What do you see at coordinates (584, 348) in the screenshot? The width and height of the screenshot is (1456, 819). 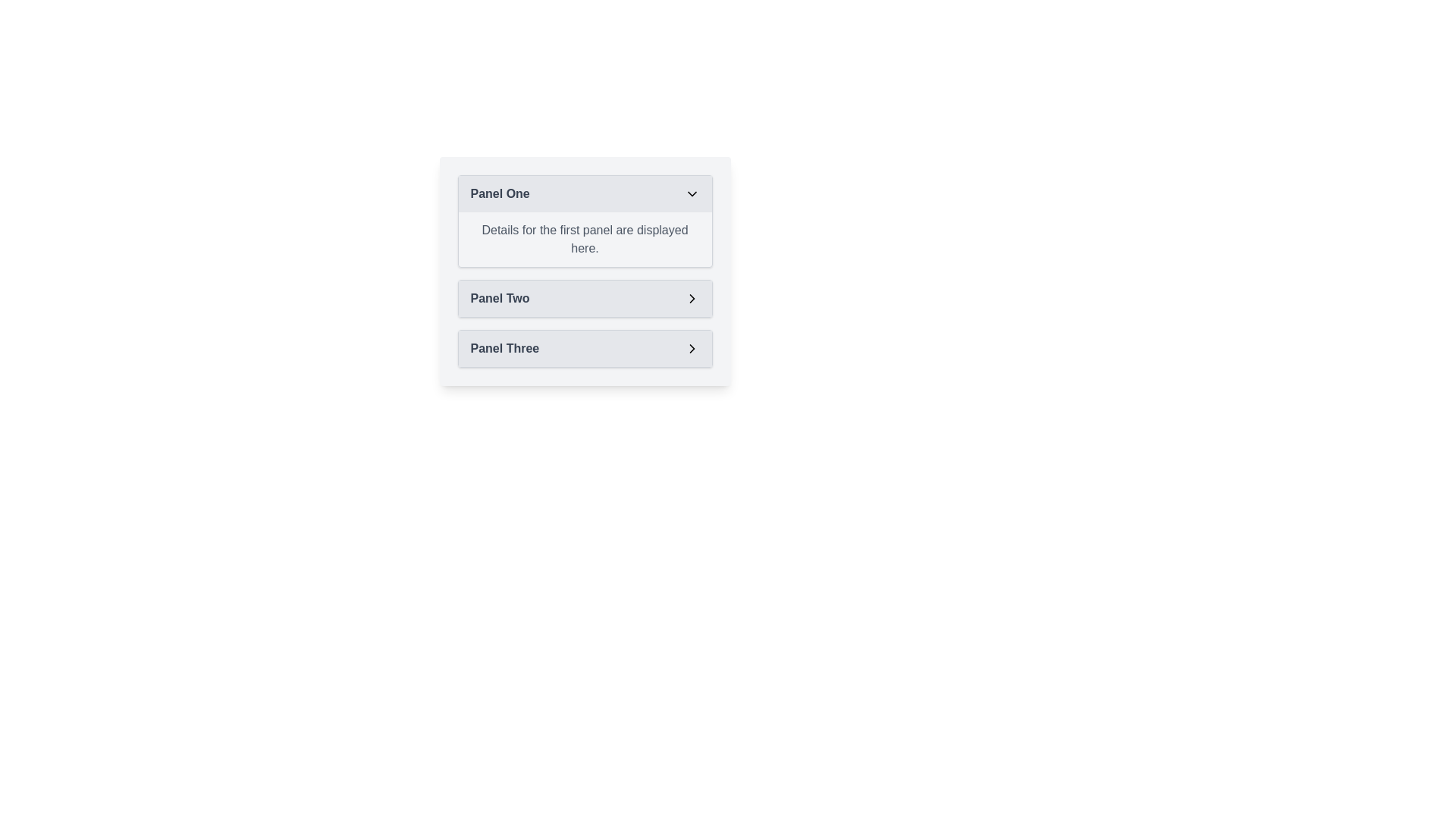 I see `the third button in the vertically stacked group of collapsible panel headers` at bounding box center [584, 348].